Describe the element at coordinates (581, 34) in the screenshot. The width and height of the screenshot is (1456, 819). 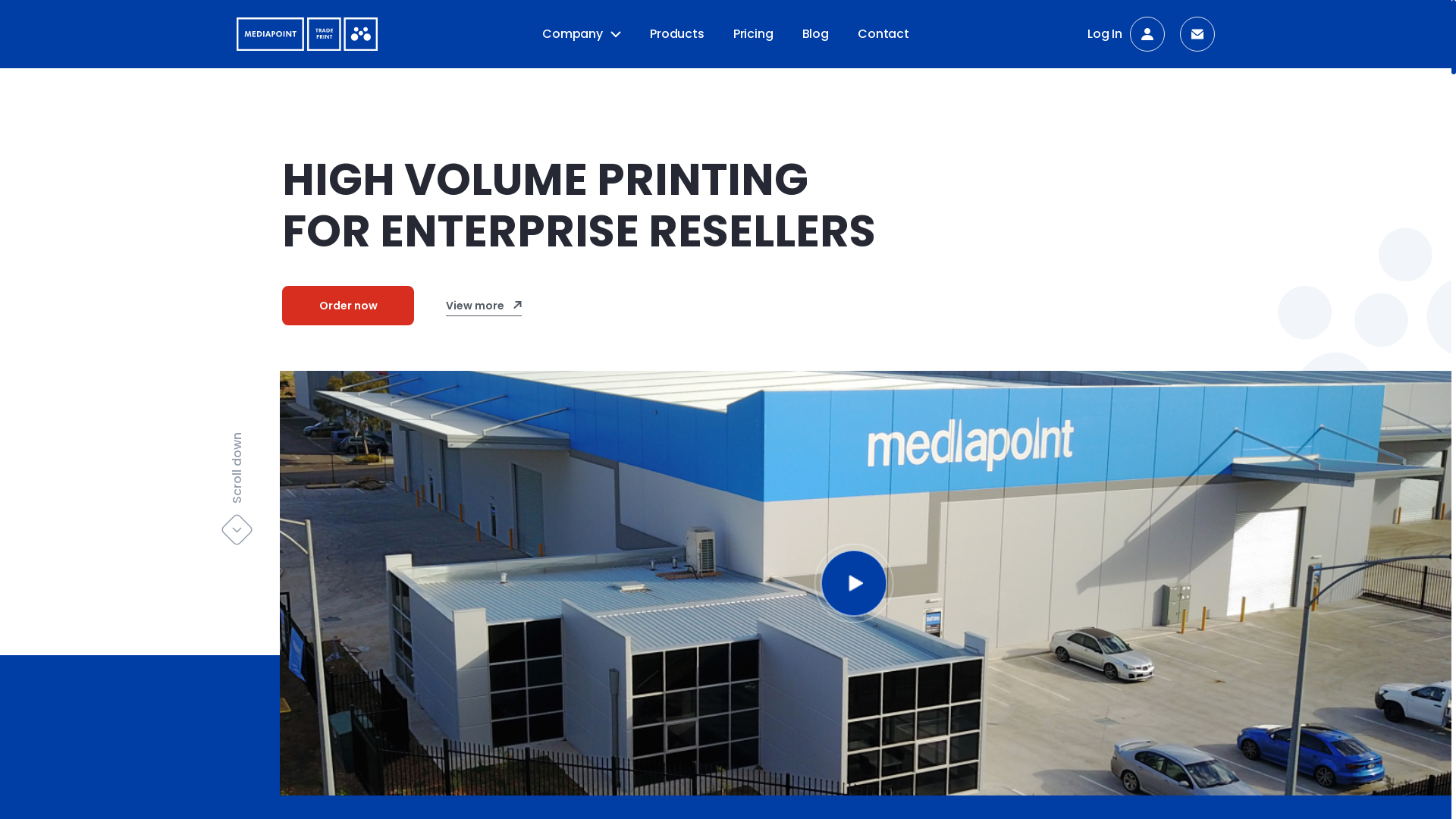
I see `'Company'` at that location.